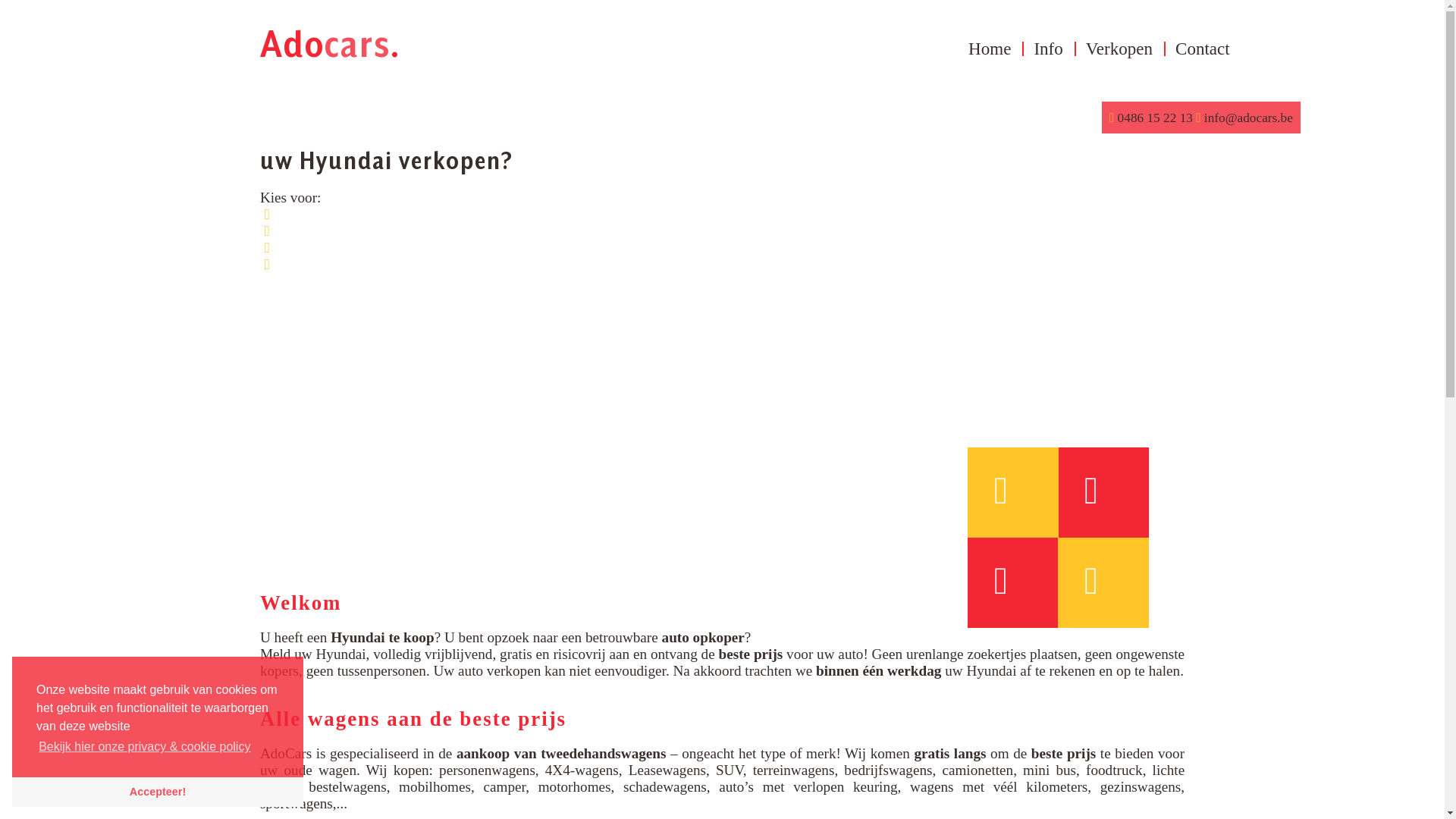 The image size is (1456, 819). I want to click on 'auto opkoper', so click(702, 637).